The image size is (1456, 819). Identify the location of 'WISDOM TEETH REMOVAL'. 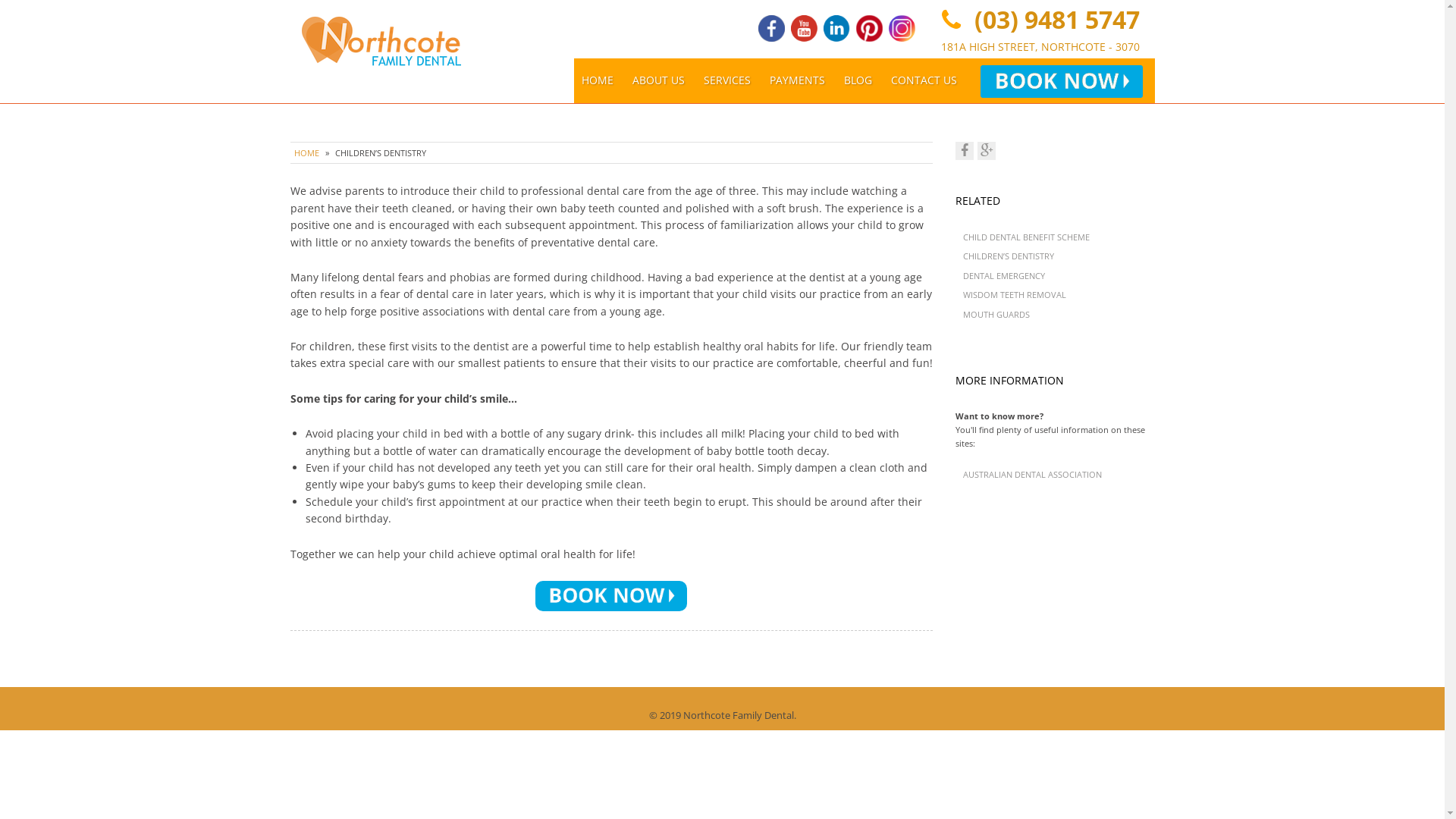
(1015, 294).